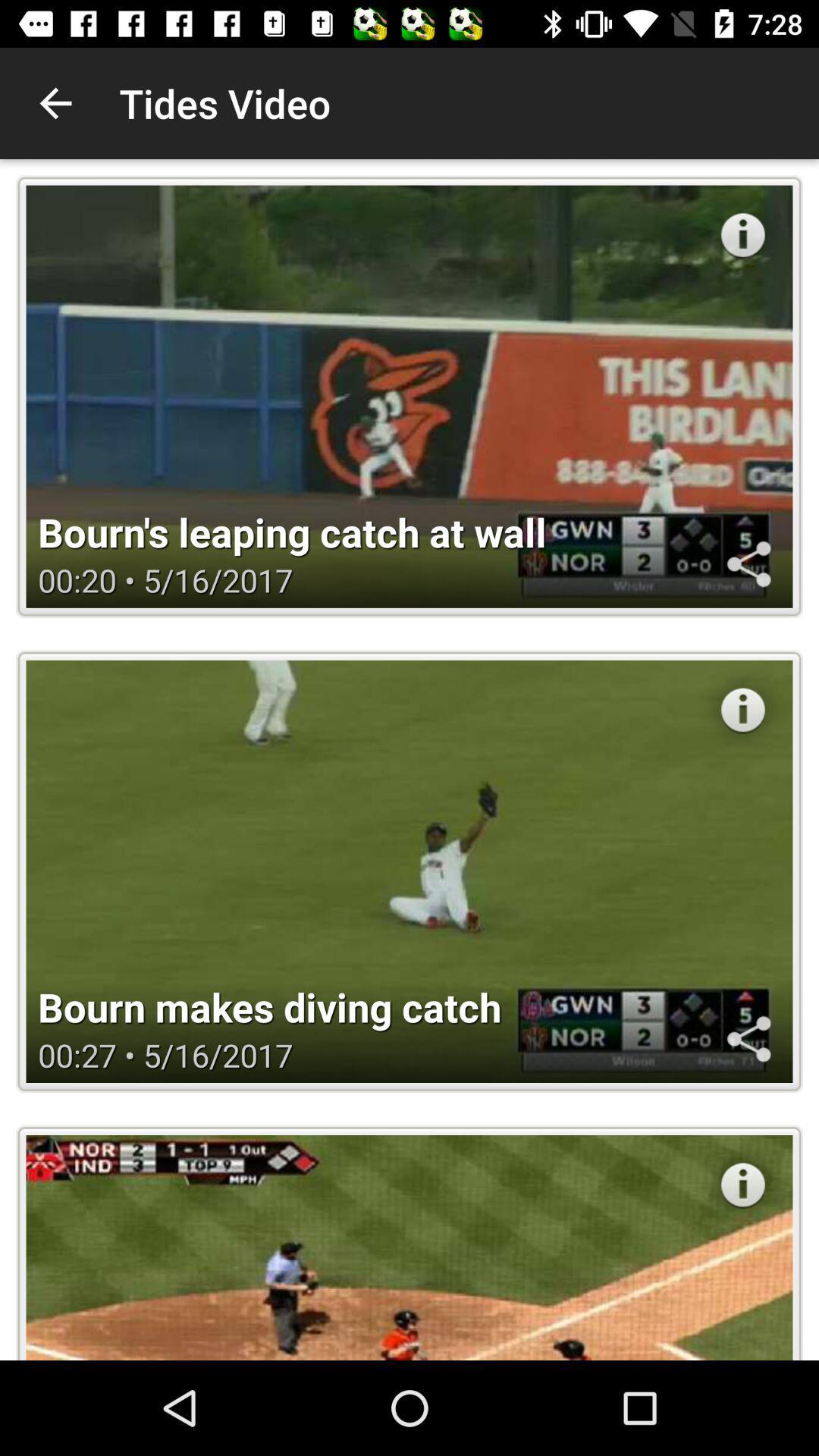  I want to click on display video information, so click(742, 709).